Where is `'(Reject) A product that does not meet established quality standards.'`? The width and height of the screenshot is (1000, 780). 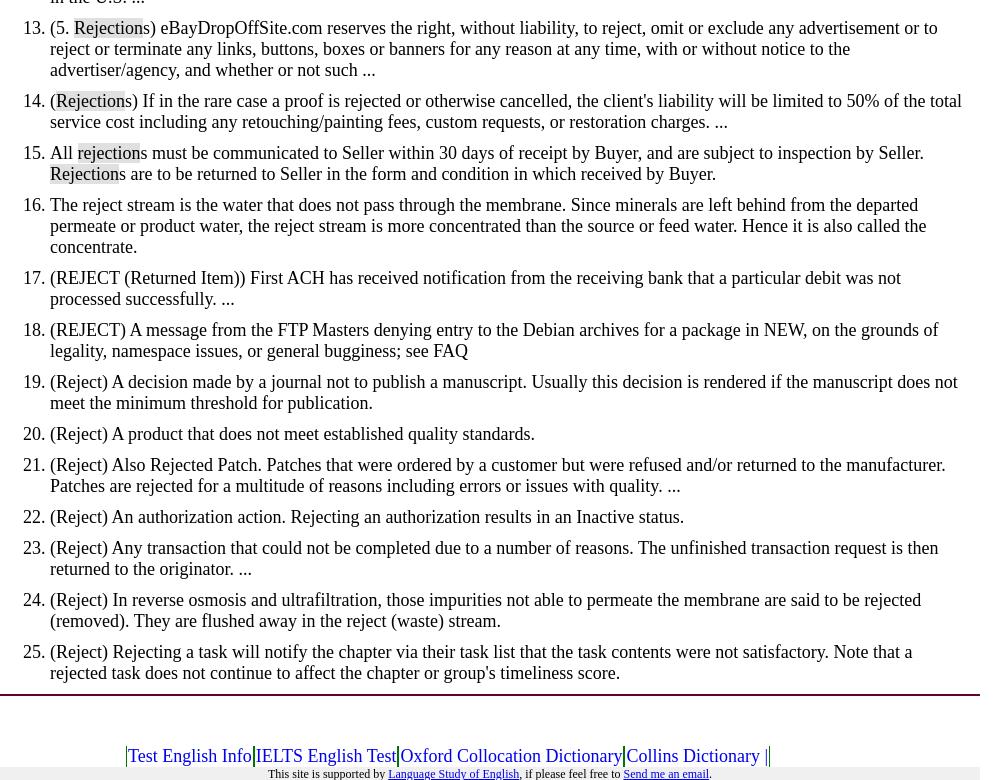
'(Reject) A product that does not meet established quality standards.' is located at coordinates (292, 433).